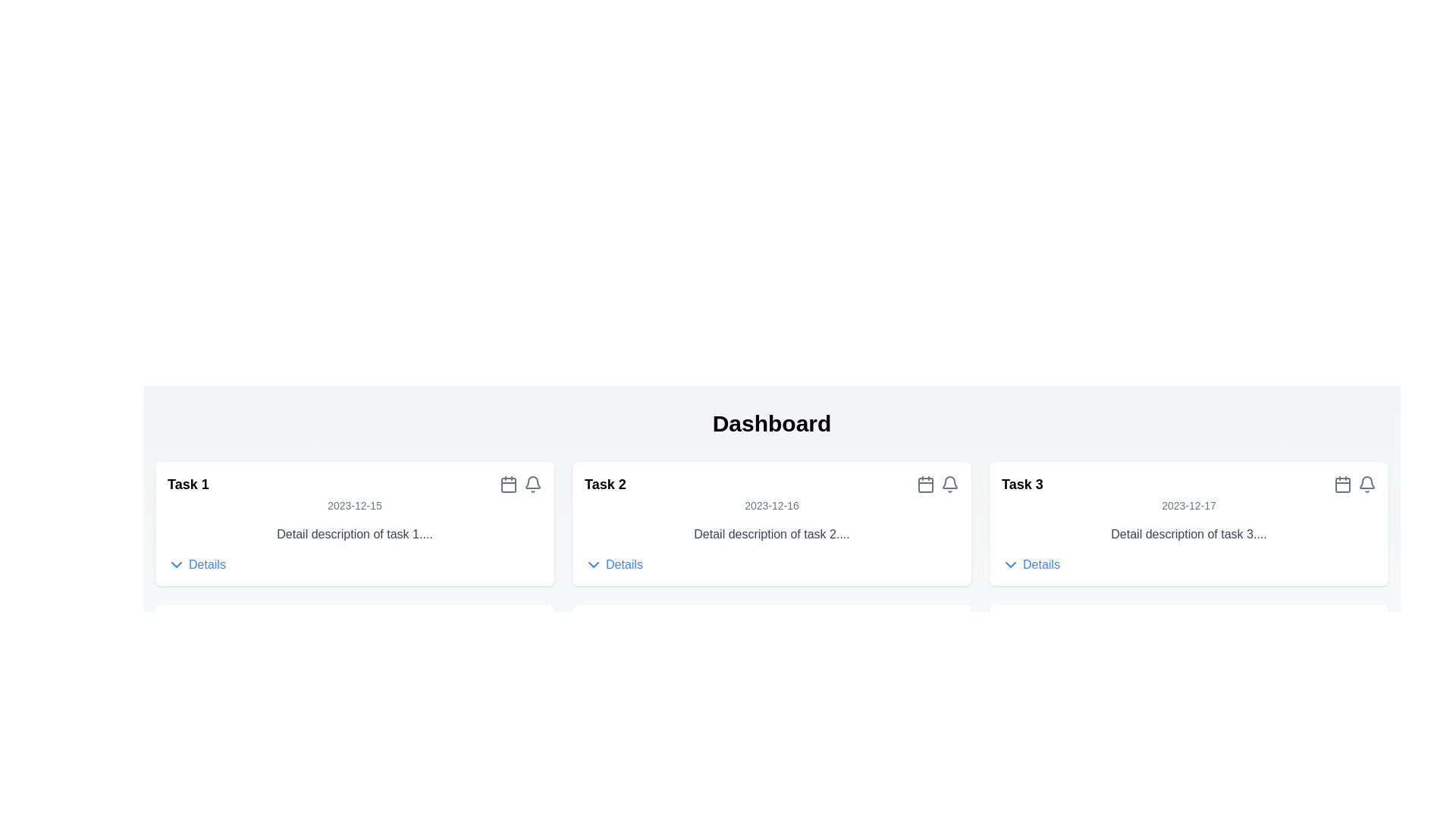 The width and height of the screenshot is (1456, 819). Describe the element at coordinates (1188, 534) in the screenshot. I see `the static text display providing a description for 'Task 3', located centrally in the middle card of a three-card layout` at that location.